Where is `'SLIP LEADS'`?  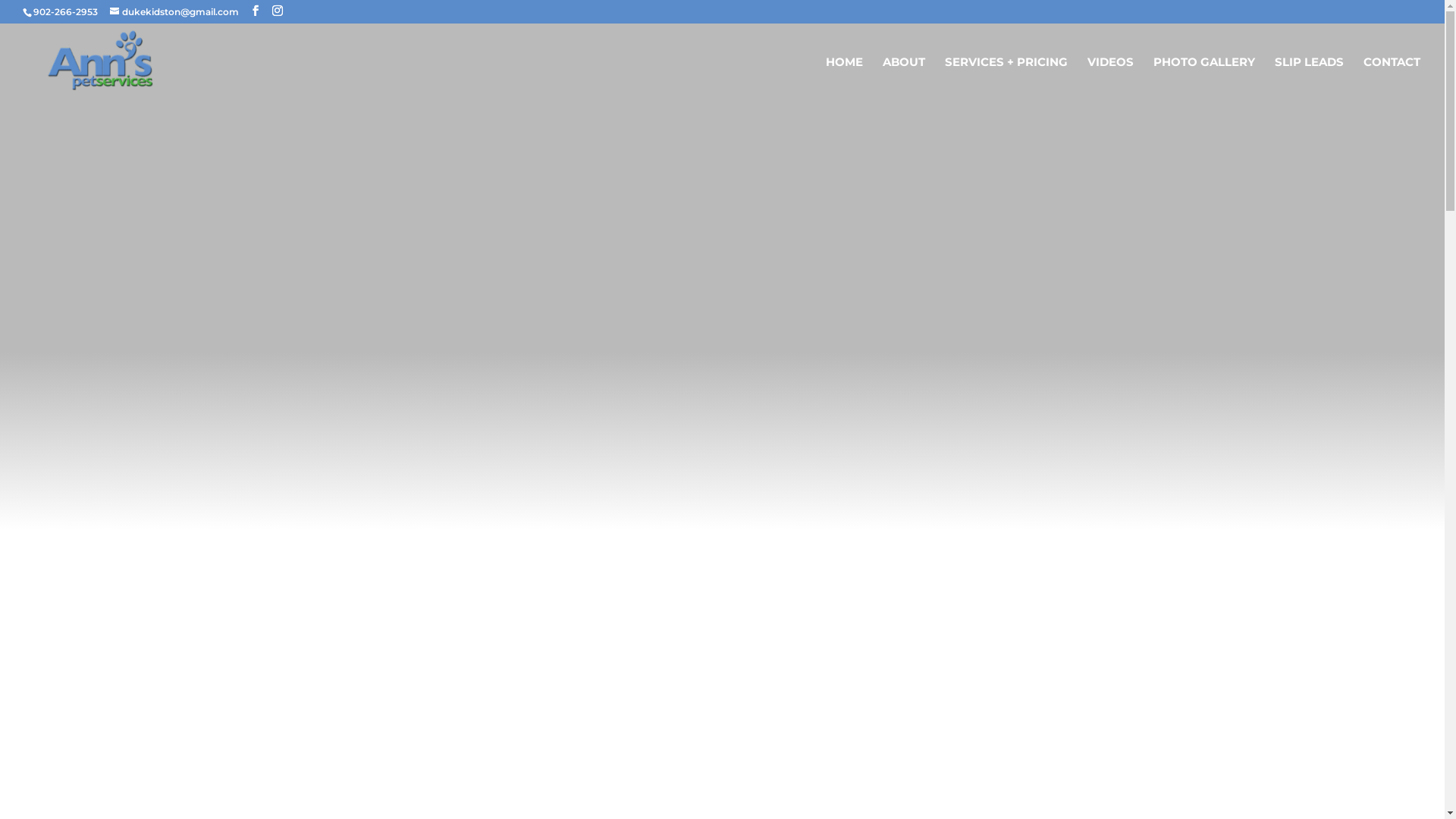
'SLIP LEADS' is located at coordinates (1308, 79).